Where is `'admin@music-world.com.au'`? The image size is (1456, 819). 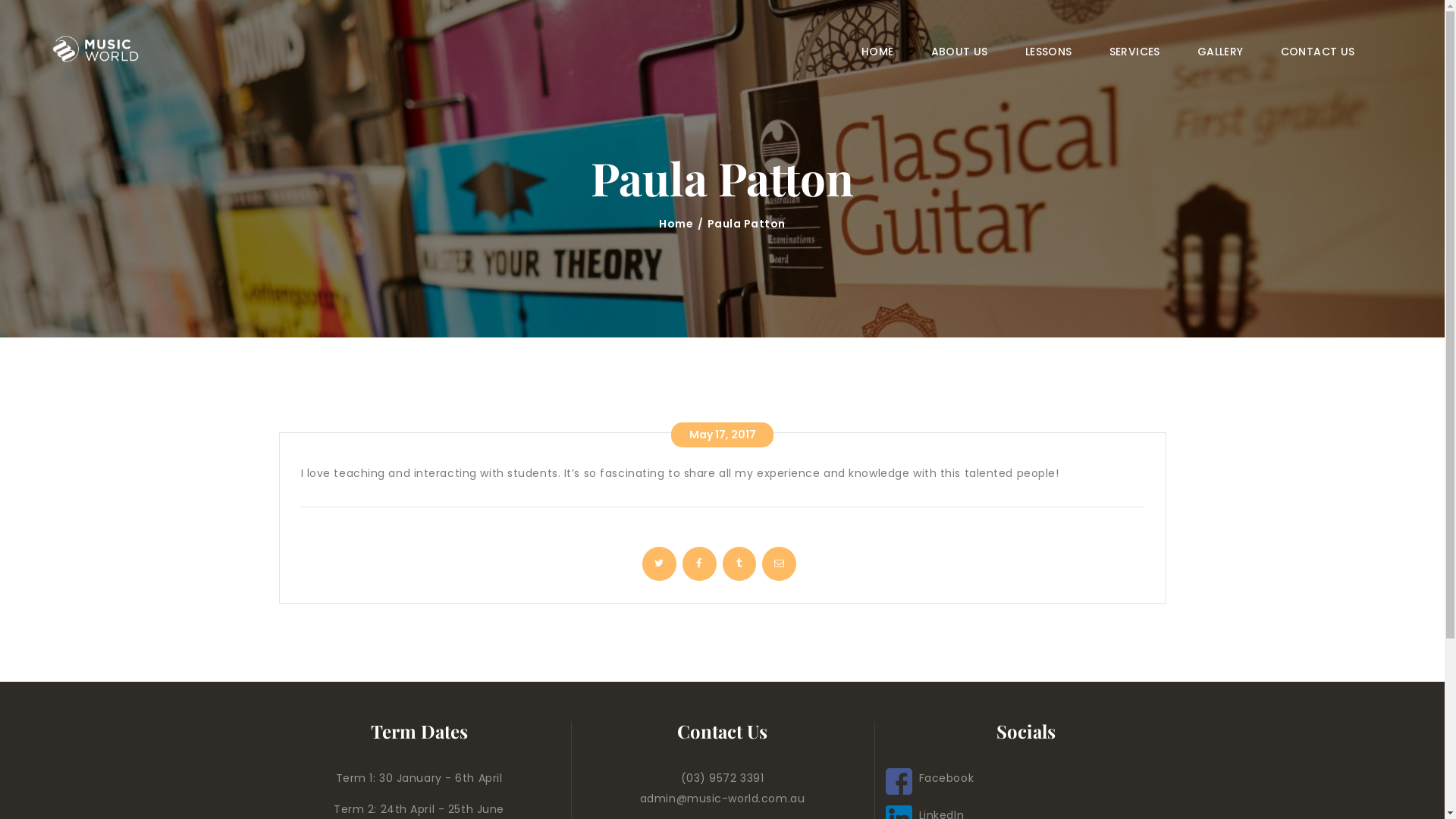 'admin@music-world.com.au' is located at coordinates (721, 798).